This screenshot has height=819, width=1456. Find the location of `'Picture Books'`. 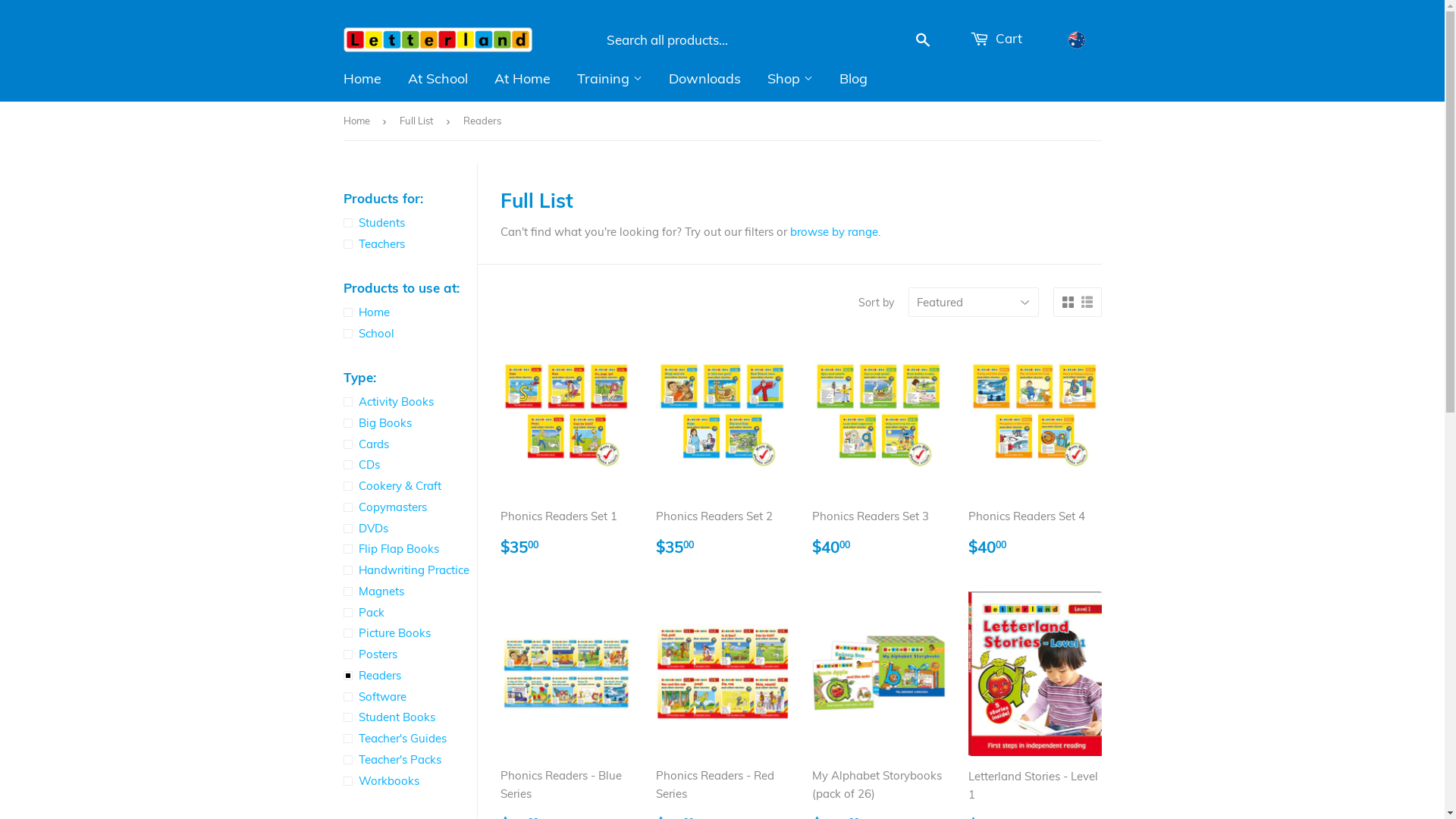

'Picture Books' is located at coordinates (409, 632).